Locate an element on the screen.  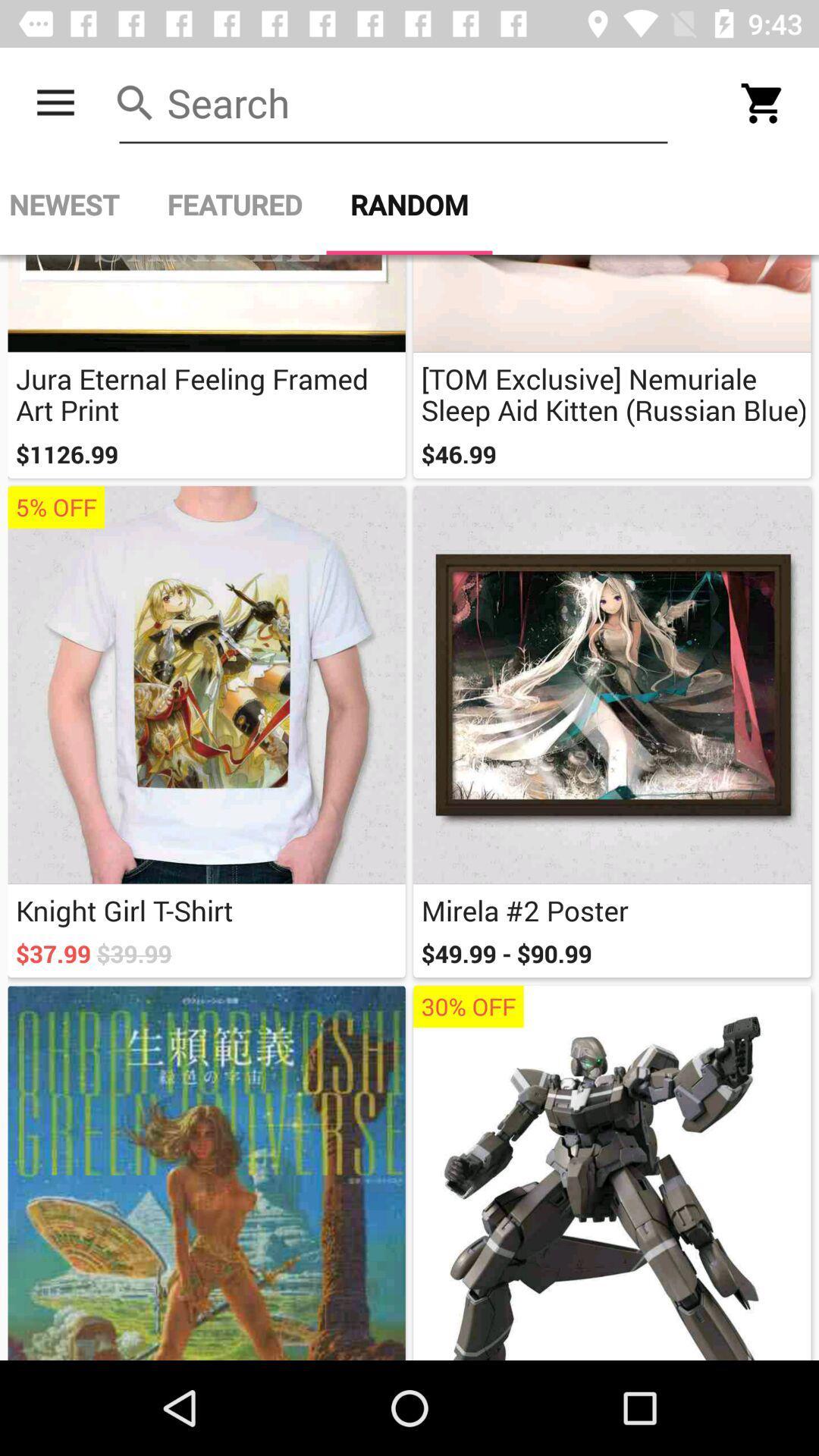
the second image in the second row is located at coordinates (611, 684).